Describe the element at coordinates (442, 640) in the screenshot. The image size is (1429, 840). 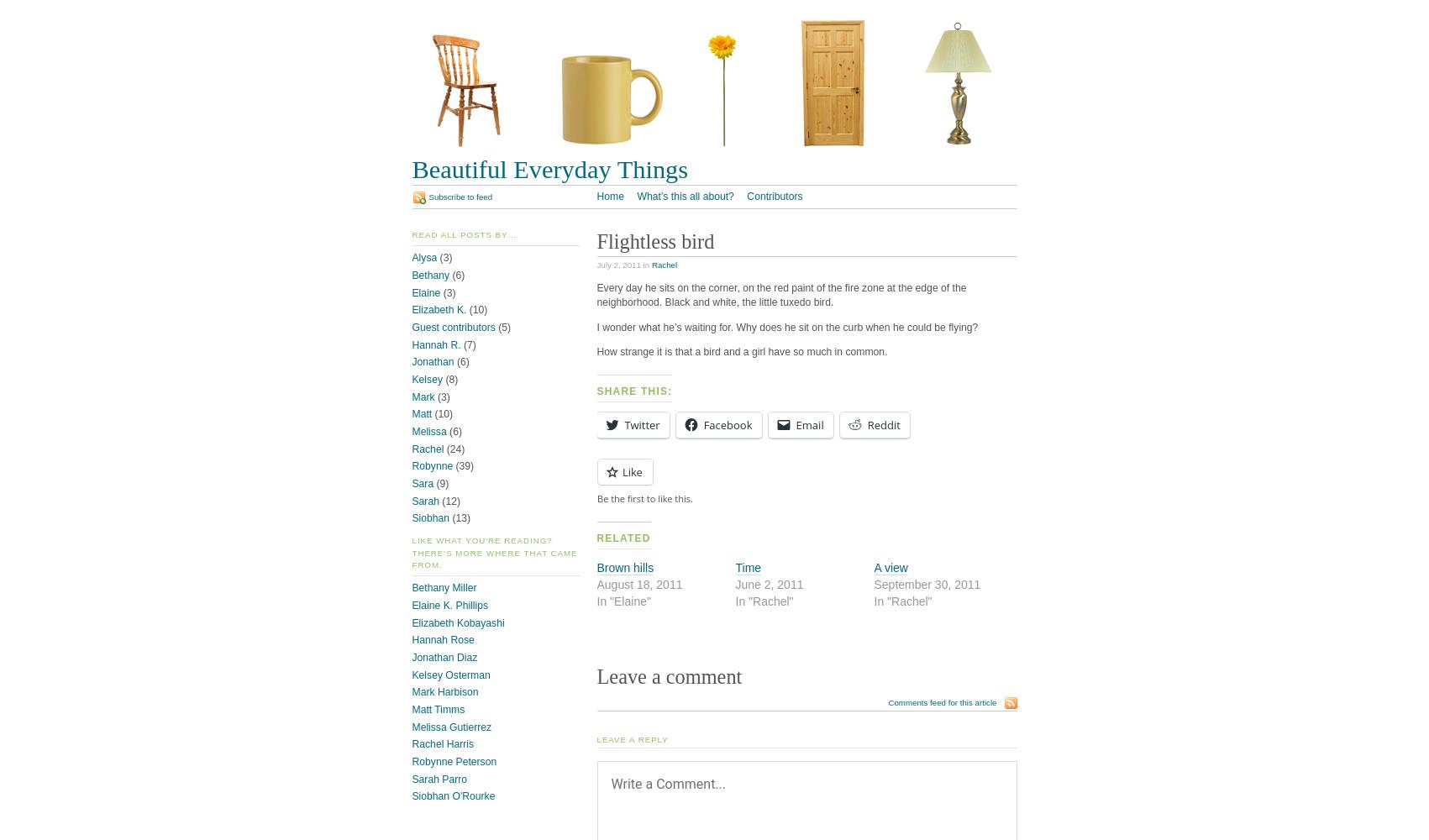
I see `'Hannah Rose'` at that location.